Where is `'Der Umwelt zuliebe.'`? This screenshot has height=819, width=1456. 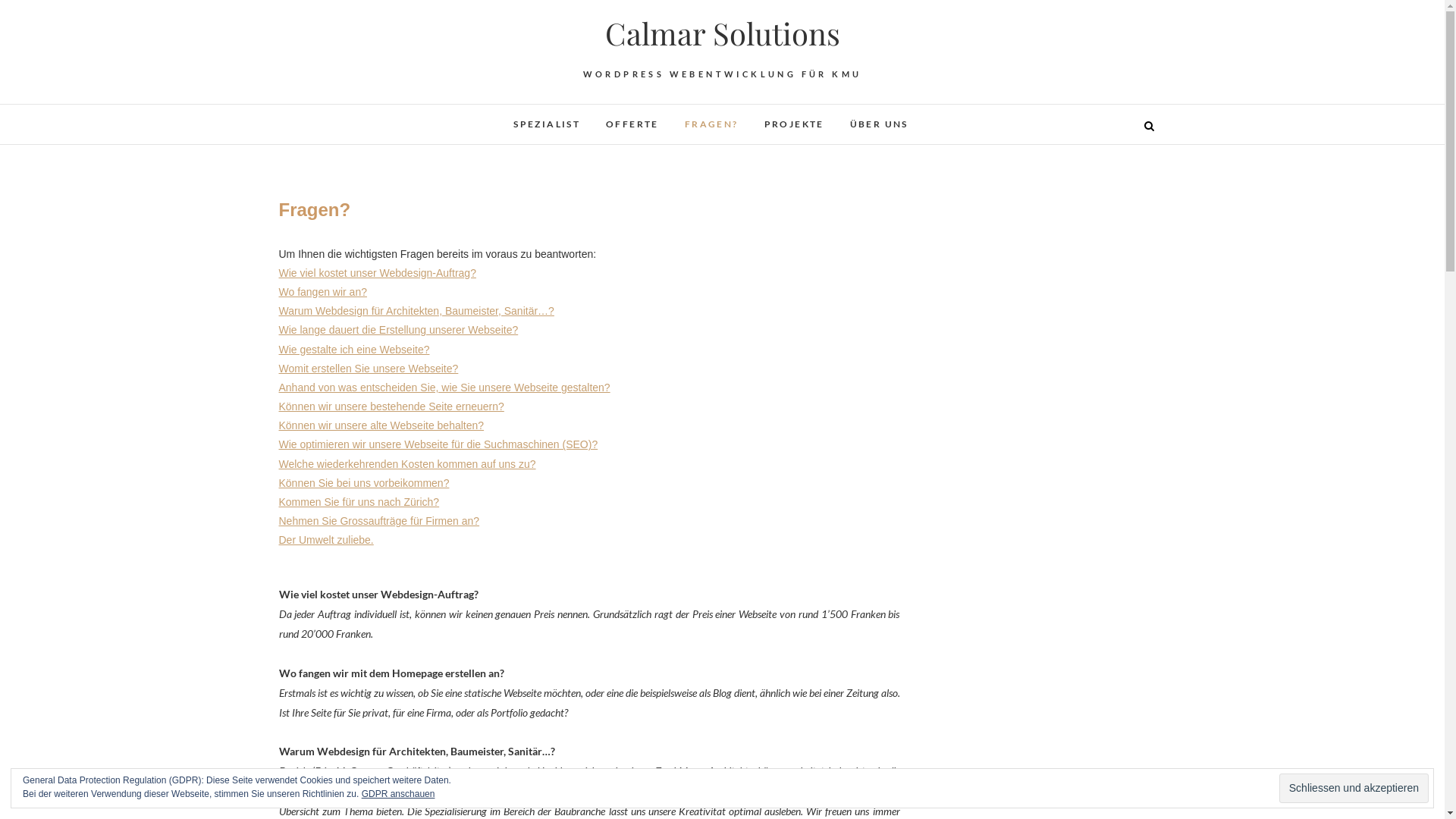
'Der Umwelt zuliebe.' is located at coordinates (325, 539).